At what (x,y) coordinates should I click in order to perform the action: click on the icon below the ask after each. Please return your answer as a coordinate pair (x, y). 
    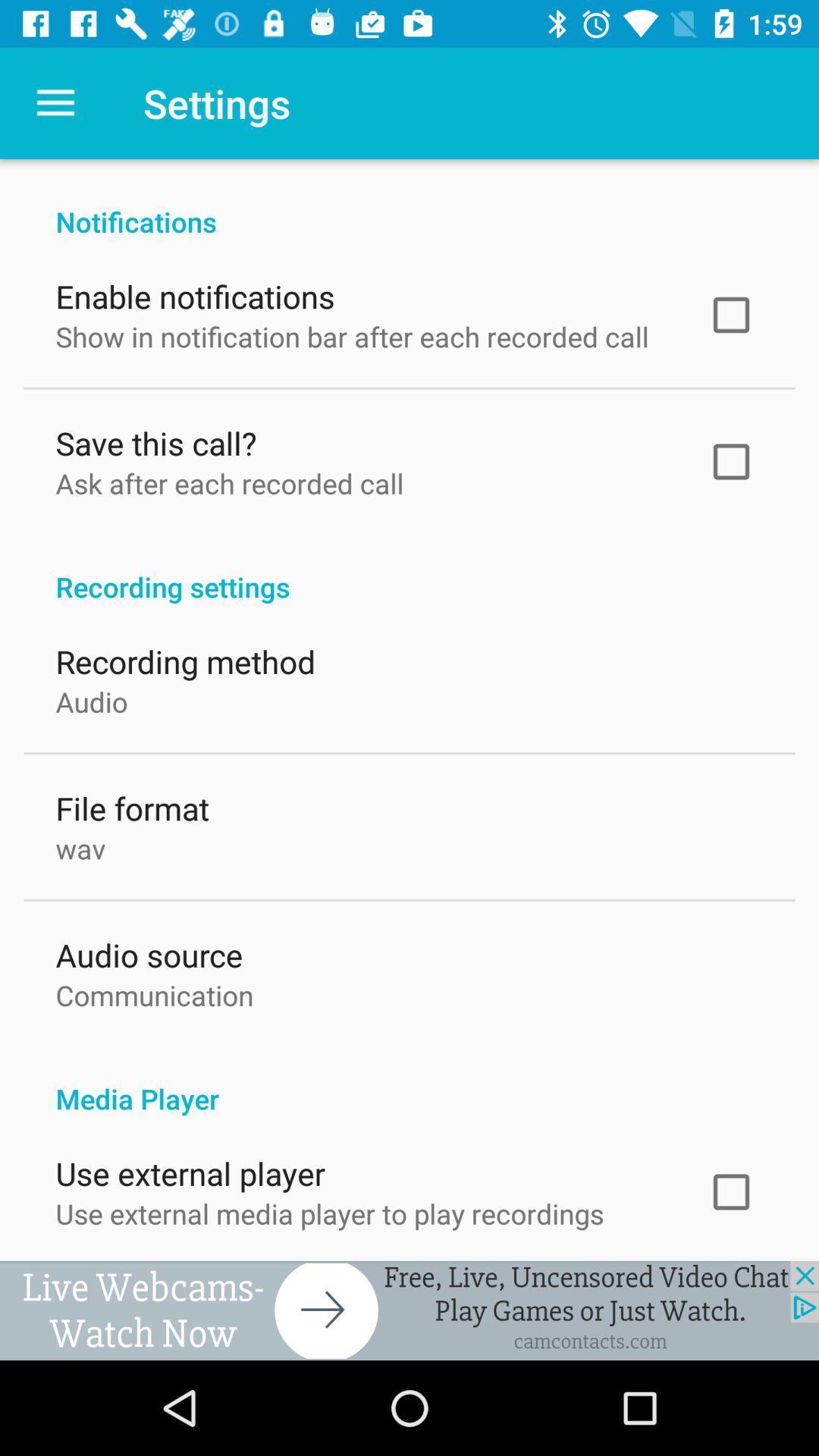
    Looking at the image, I should click on (409, 566).